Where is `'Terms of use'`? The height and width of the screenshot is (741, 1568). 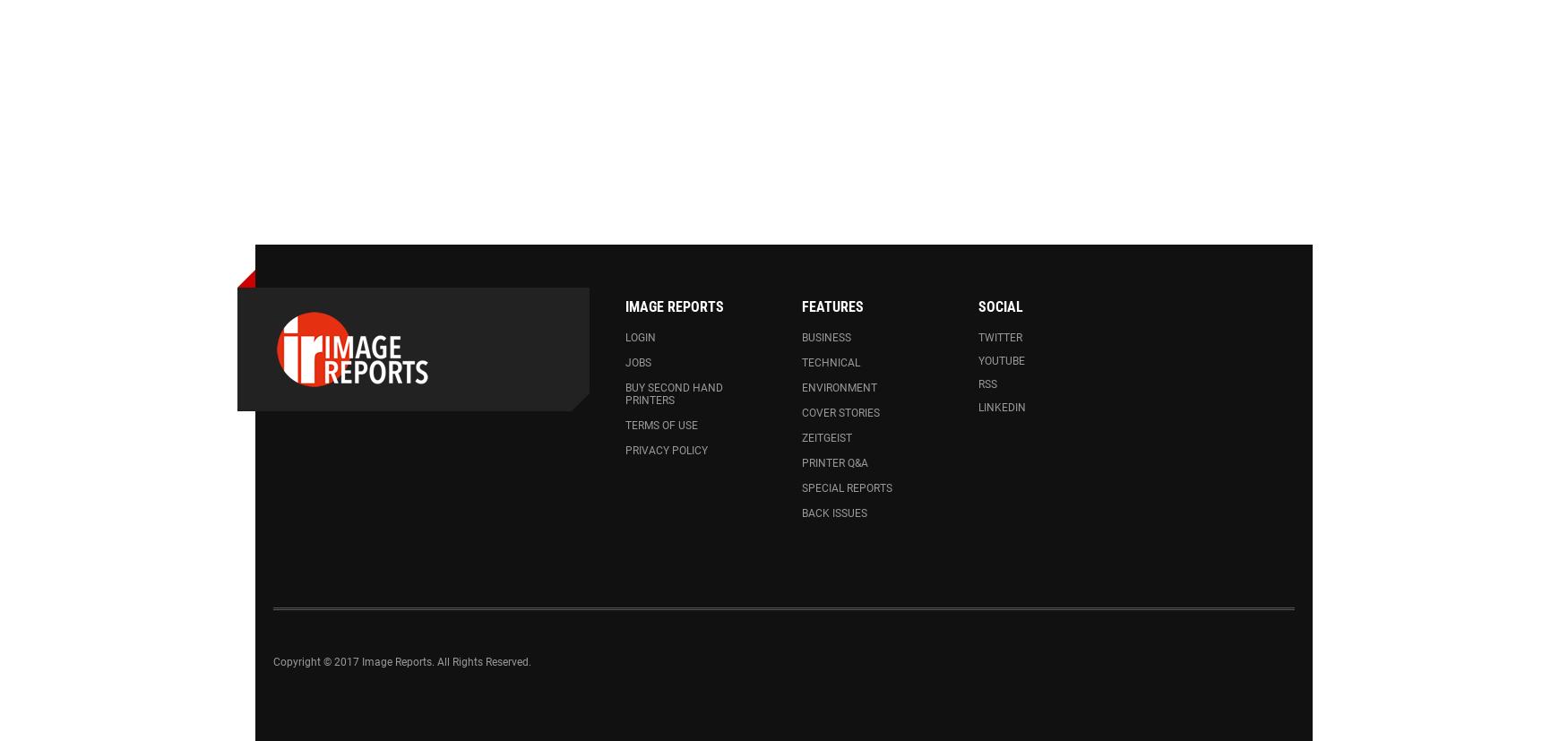
'Terms of use' is located at coordinates (661, 426).